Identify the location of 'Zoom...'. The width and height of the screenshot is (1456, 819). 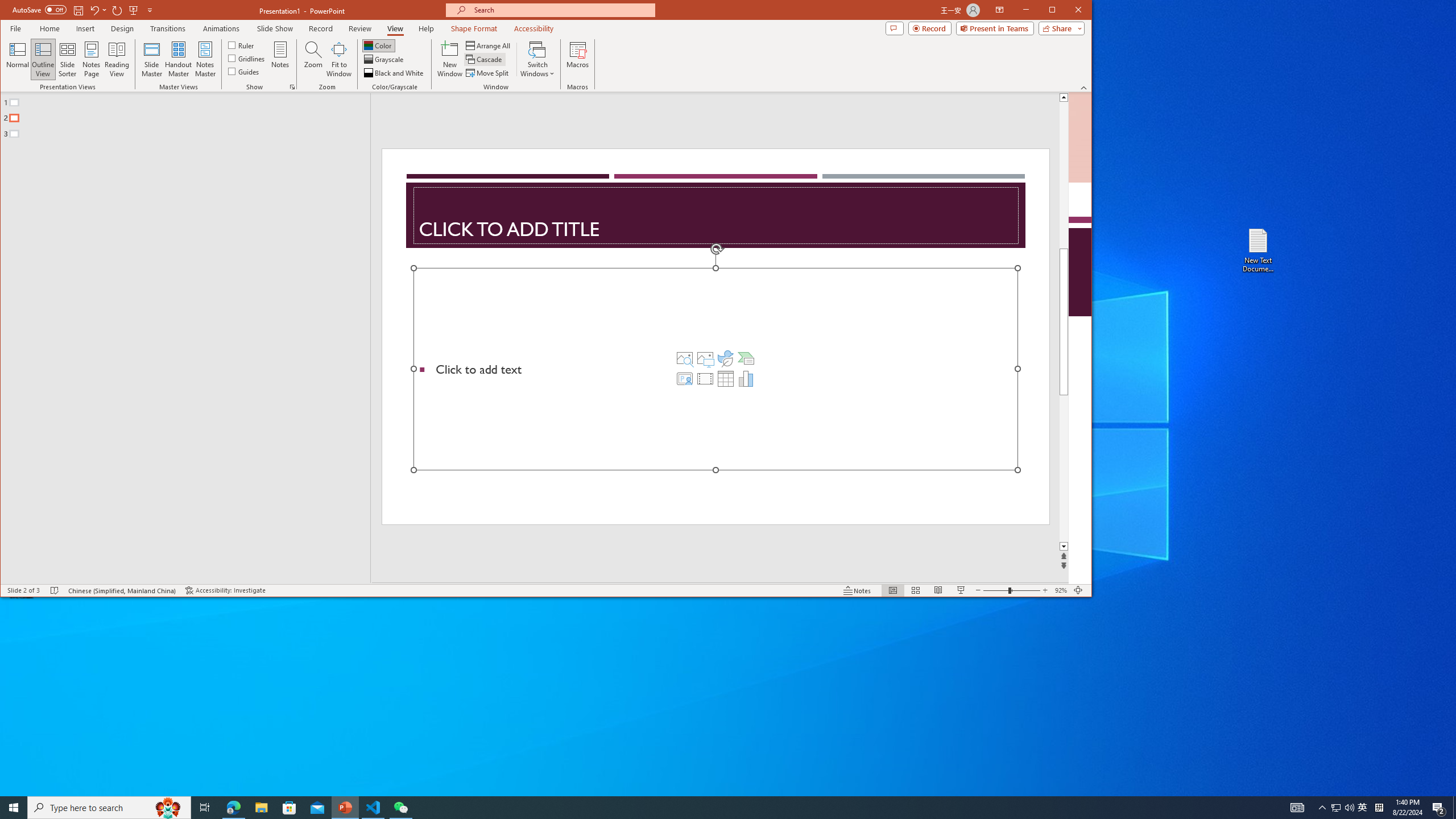
(313, 59).